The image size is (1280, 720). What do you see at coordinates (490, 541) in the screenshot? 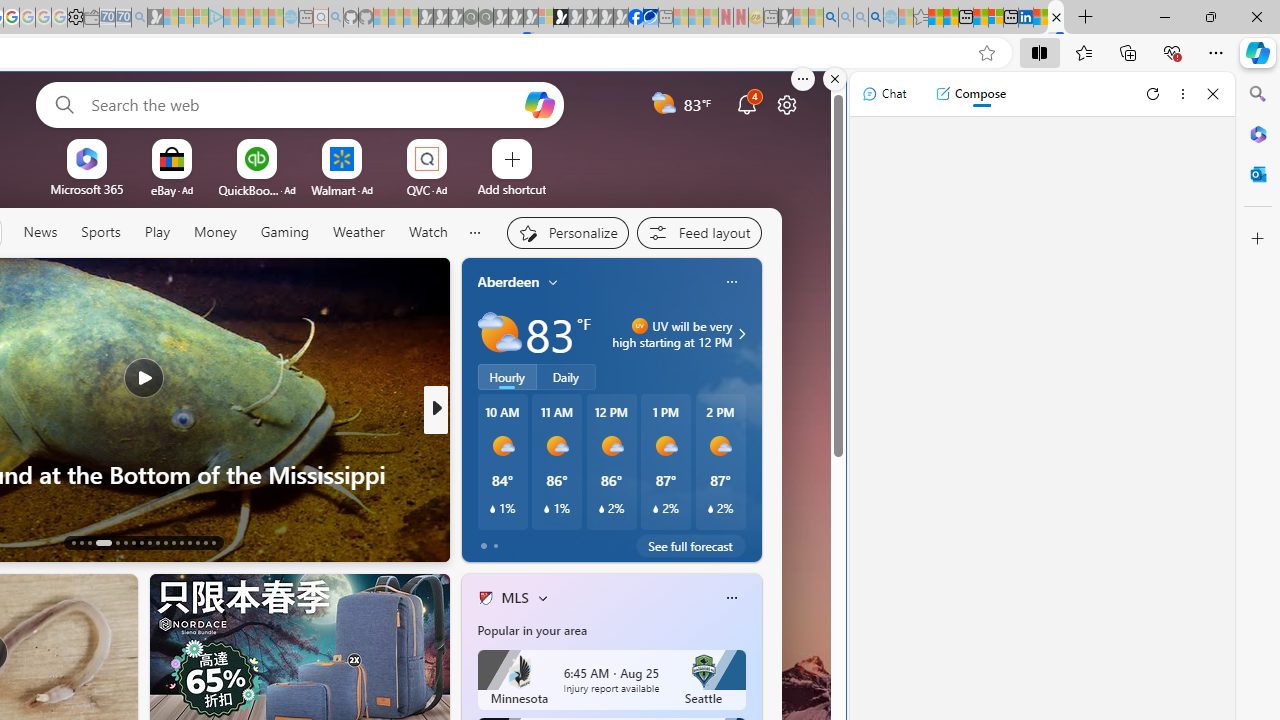
I see `'207 Like'` at bounding box center [490, 541].